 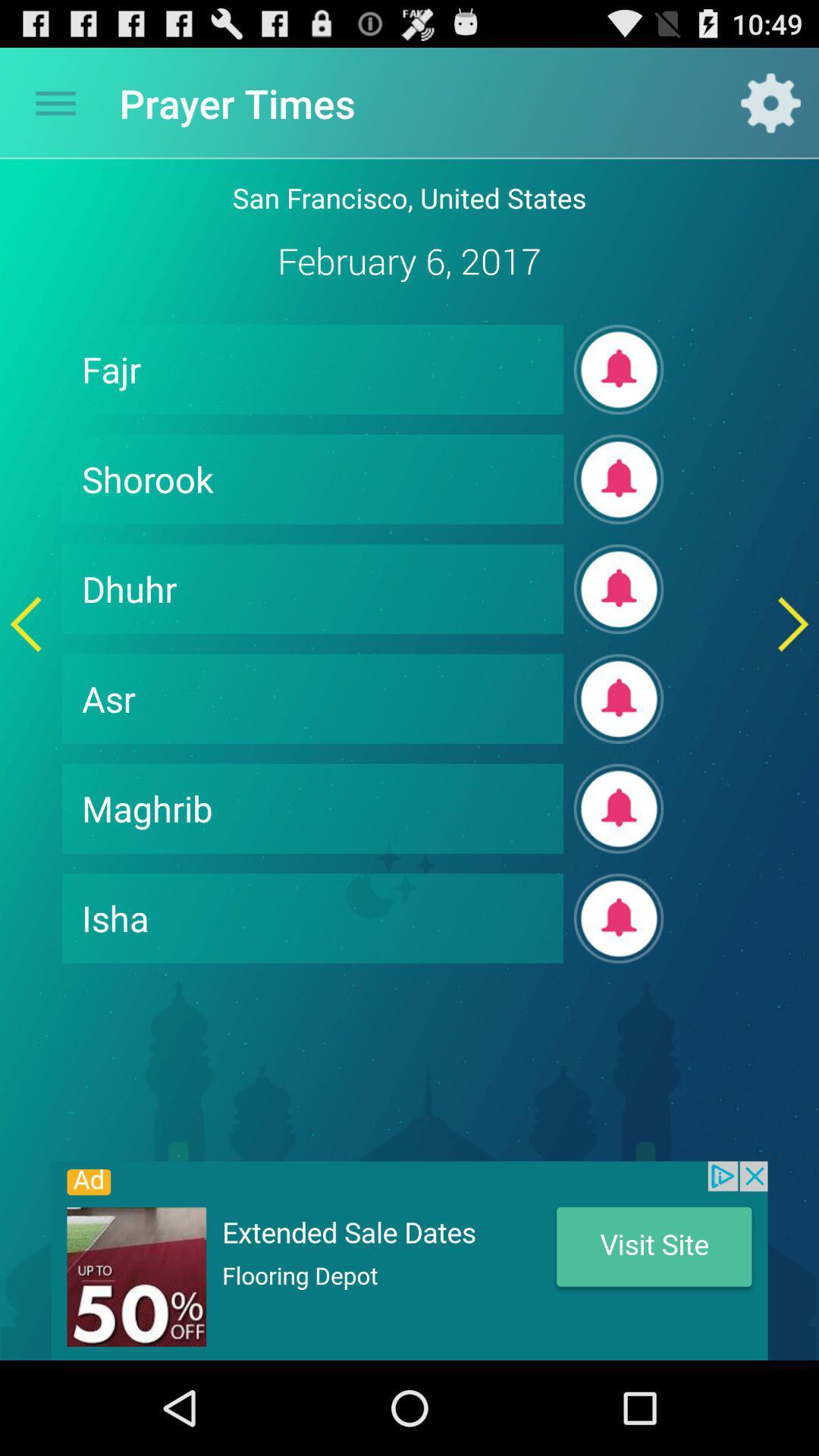 I want to click on the notifications icon, so click(x=619, y=865).